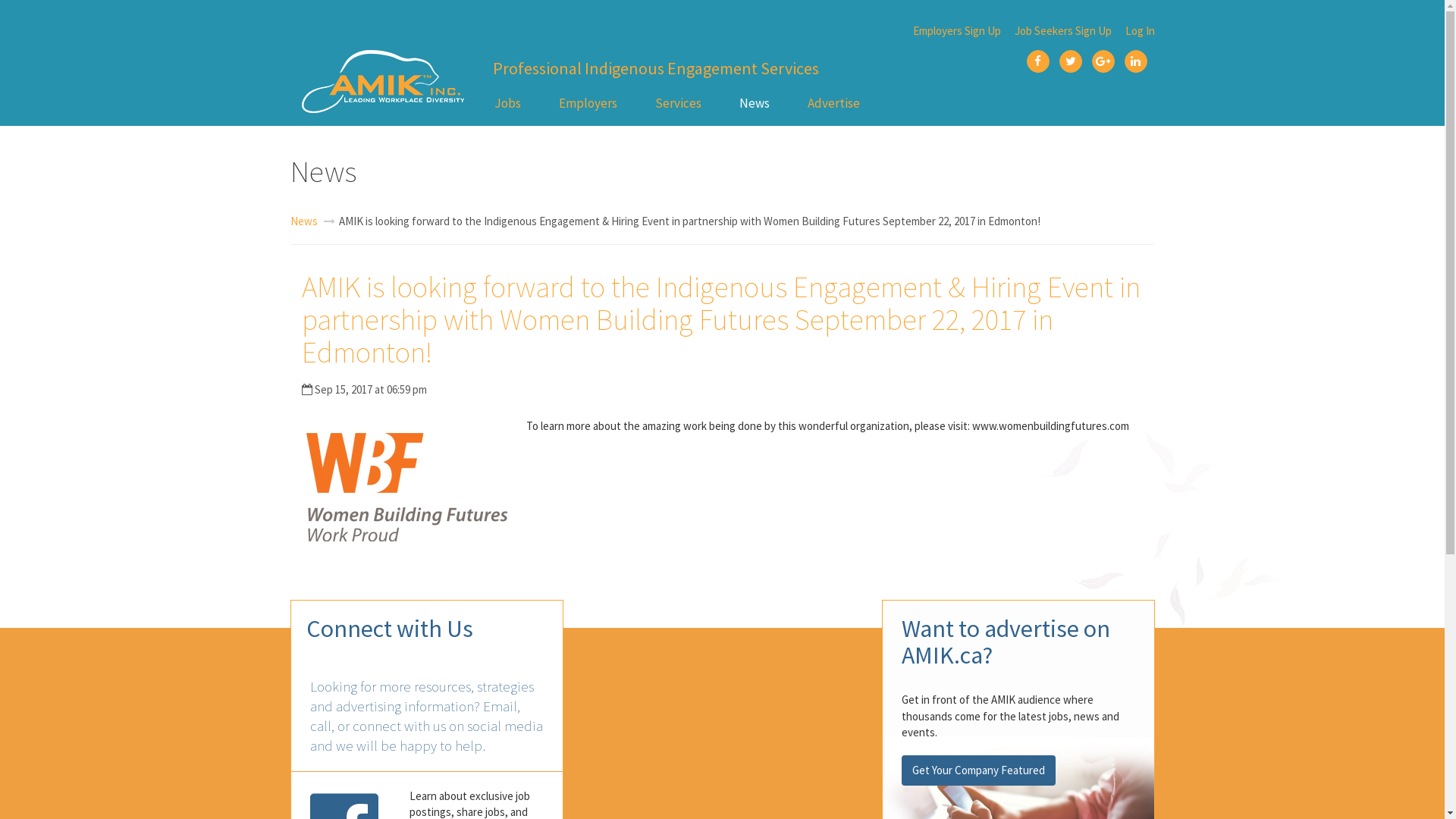 This screenshot has height=819, width=1456. What do you see at coordinates (587, 102) in the screenshot?
I see `'Employers'` at bounding box center [587, 102].